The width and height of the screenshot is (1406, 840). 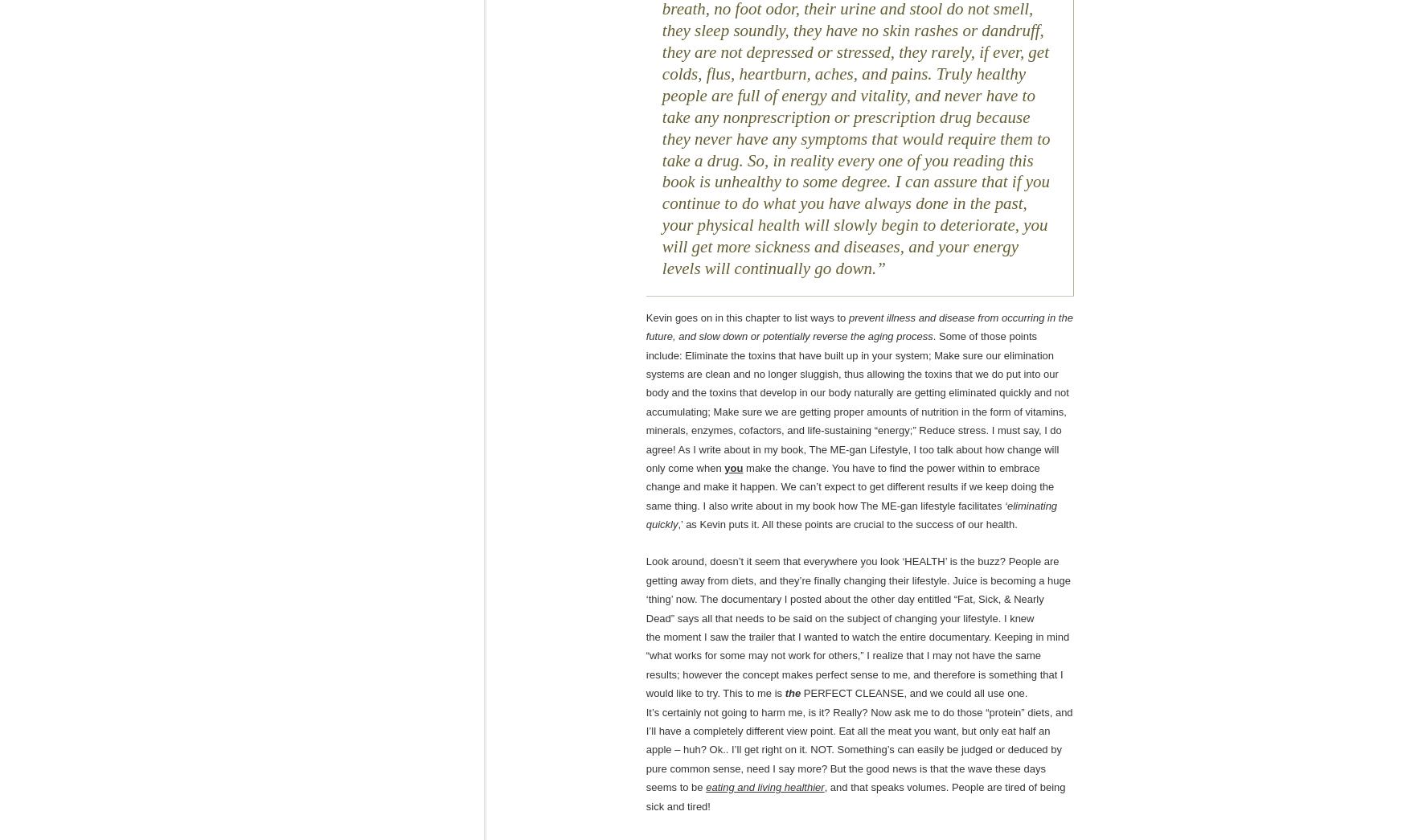 I want to click on '‘eliminating quickly', so click(x=851, y=514).